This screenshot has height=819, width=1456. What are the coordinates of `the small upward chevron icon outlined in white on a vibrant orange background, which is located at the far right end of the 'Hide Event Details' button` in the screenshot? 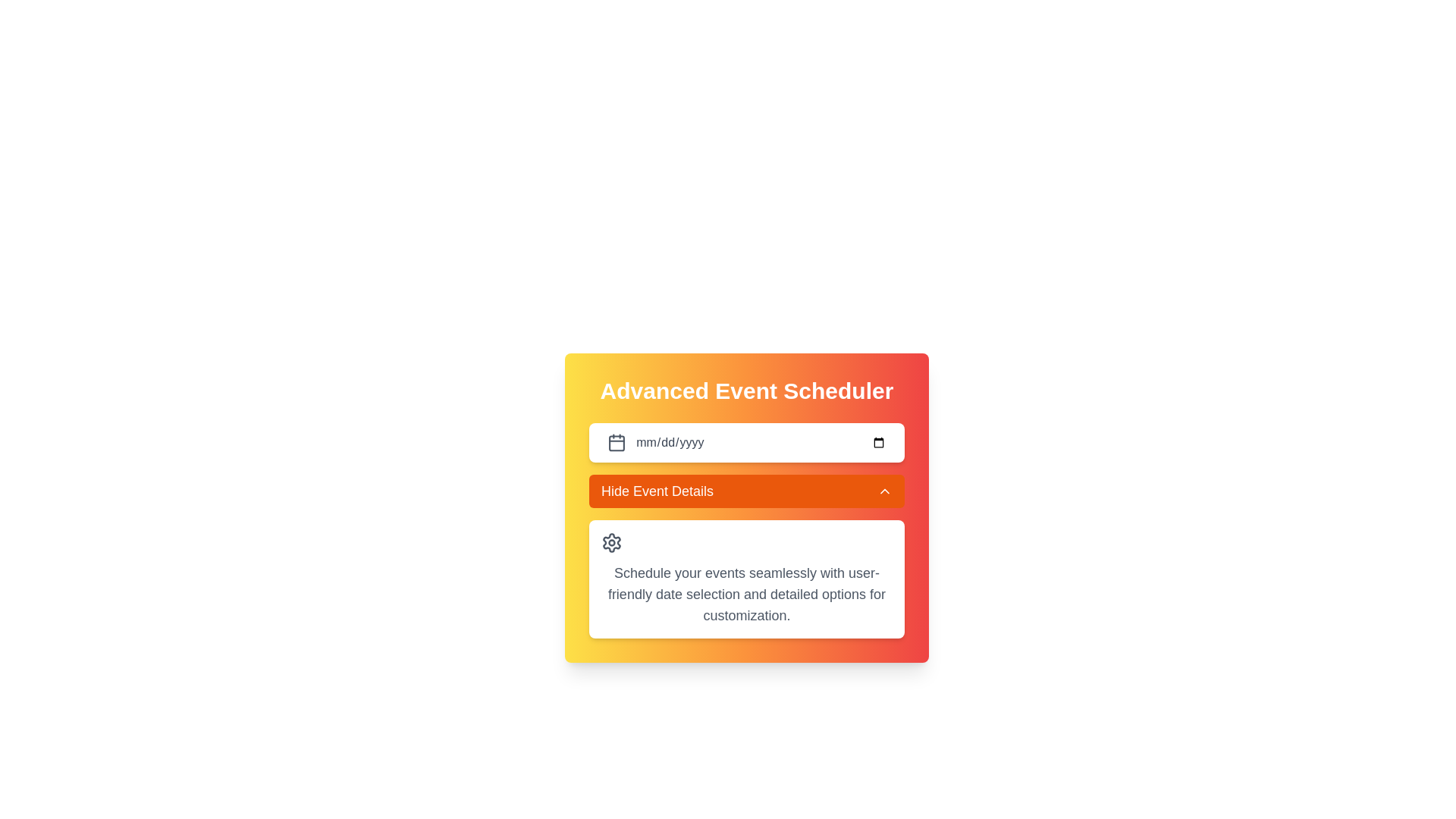 It's located at (884, 491).